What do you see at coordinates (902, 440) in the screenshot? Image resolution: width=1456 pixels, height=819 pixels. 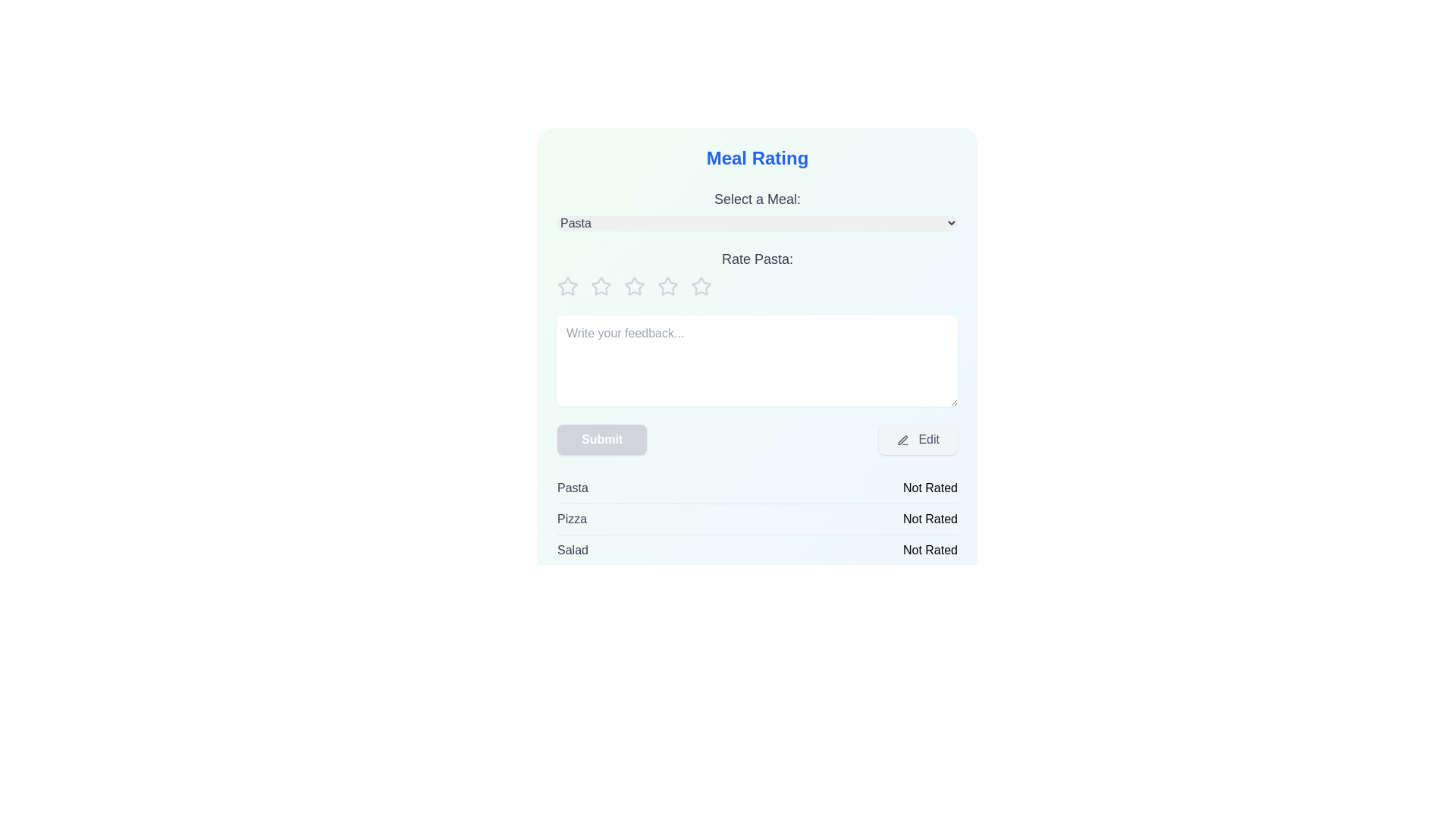 I see `the 'Edit' button icon located at the bottom-right area of the form to initiate edit actions` at bounding box center [902, 440].